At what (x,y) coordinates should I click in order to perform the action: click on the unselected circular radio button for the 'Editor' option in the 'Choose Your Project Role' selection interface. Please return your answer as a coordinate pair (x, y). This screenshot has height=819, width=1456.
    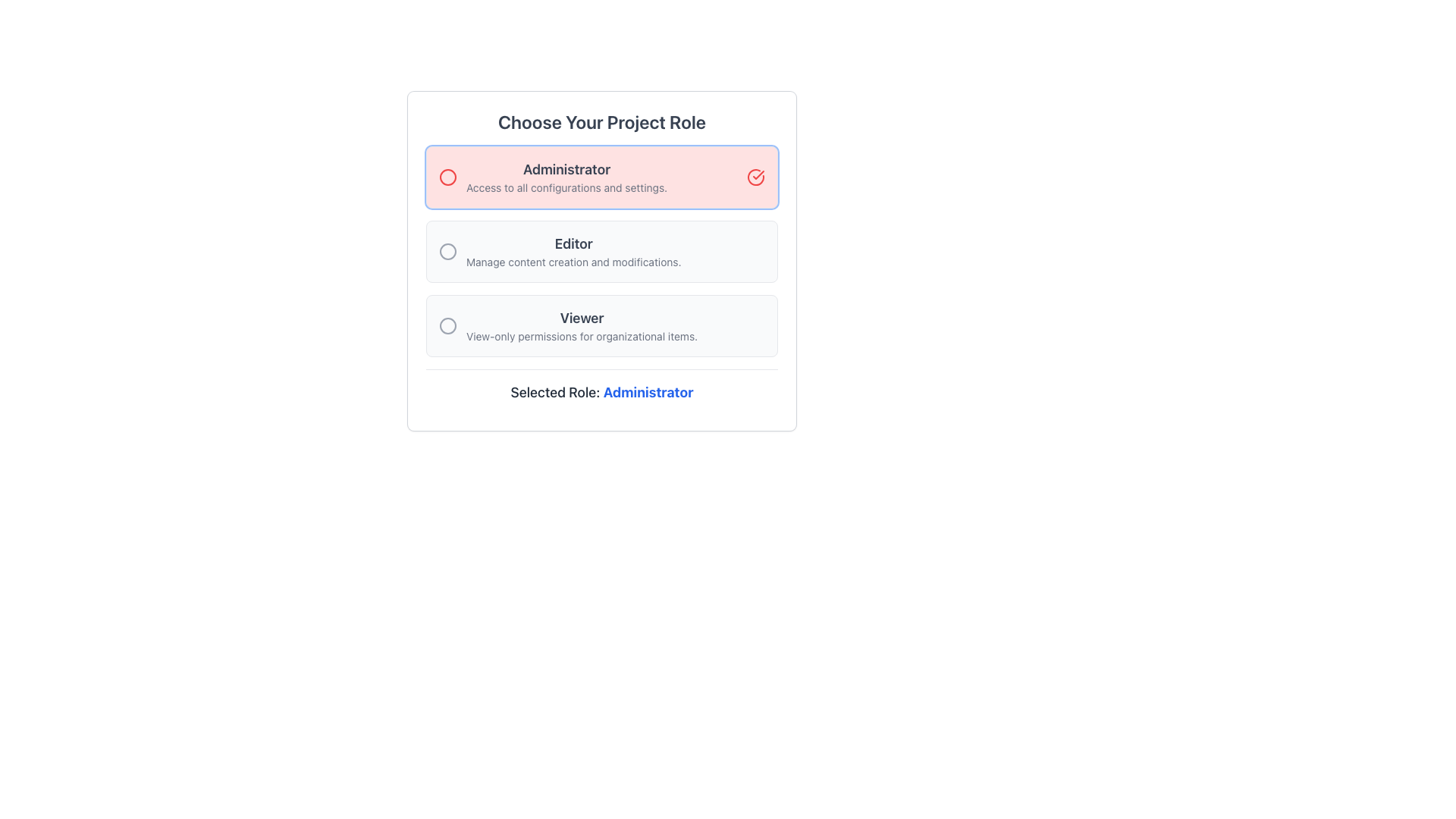
    Looking at the image, I should click on (447, 250).